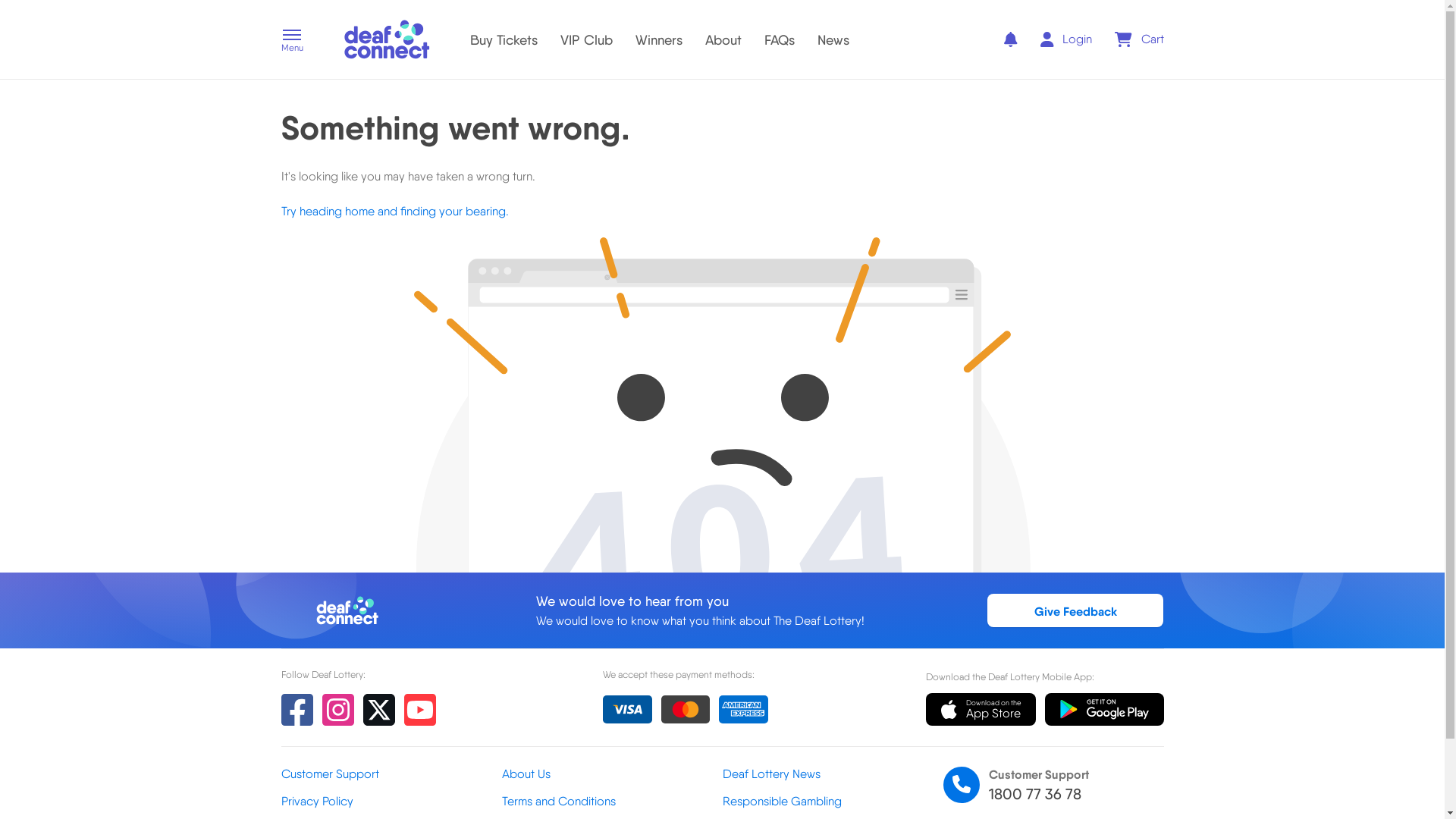 The height and width of the screenshot is (819, 1456). I want to click on 'Cart', so click(1139, 38).